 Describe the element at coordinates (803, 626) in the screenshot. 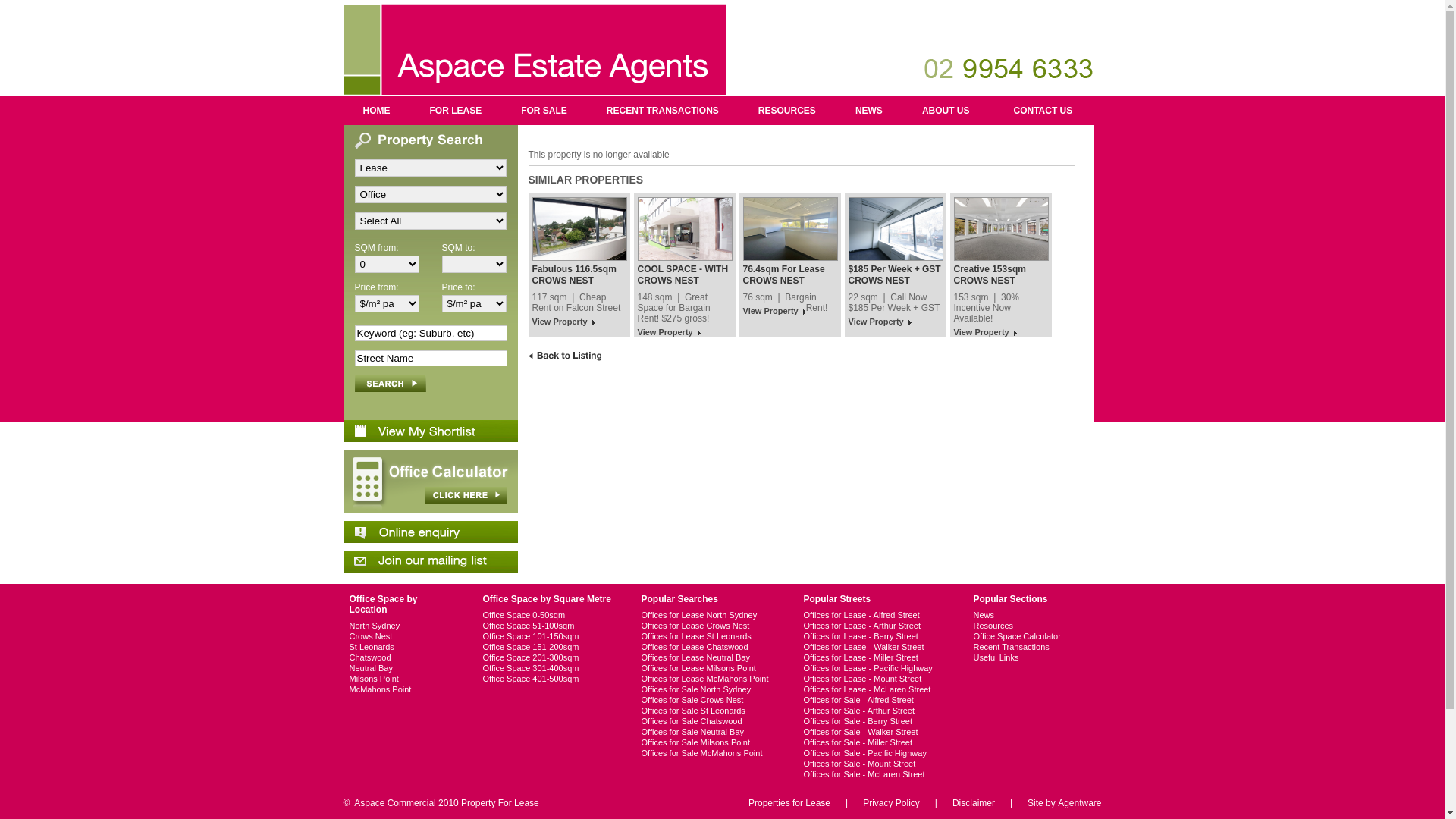

I see `'Offices for Lease - Arthur Street'` at that location.